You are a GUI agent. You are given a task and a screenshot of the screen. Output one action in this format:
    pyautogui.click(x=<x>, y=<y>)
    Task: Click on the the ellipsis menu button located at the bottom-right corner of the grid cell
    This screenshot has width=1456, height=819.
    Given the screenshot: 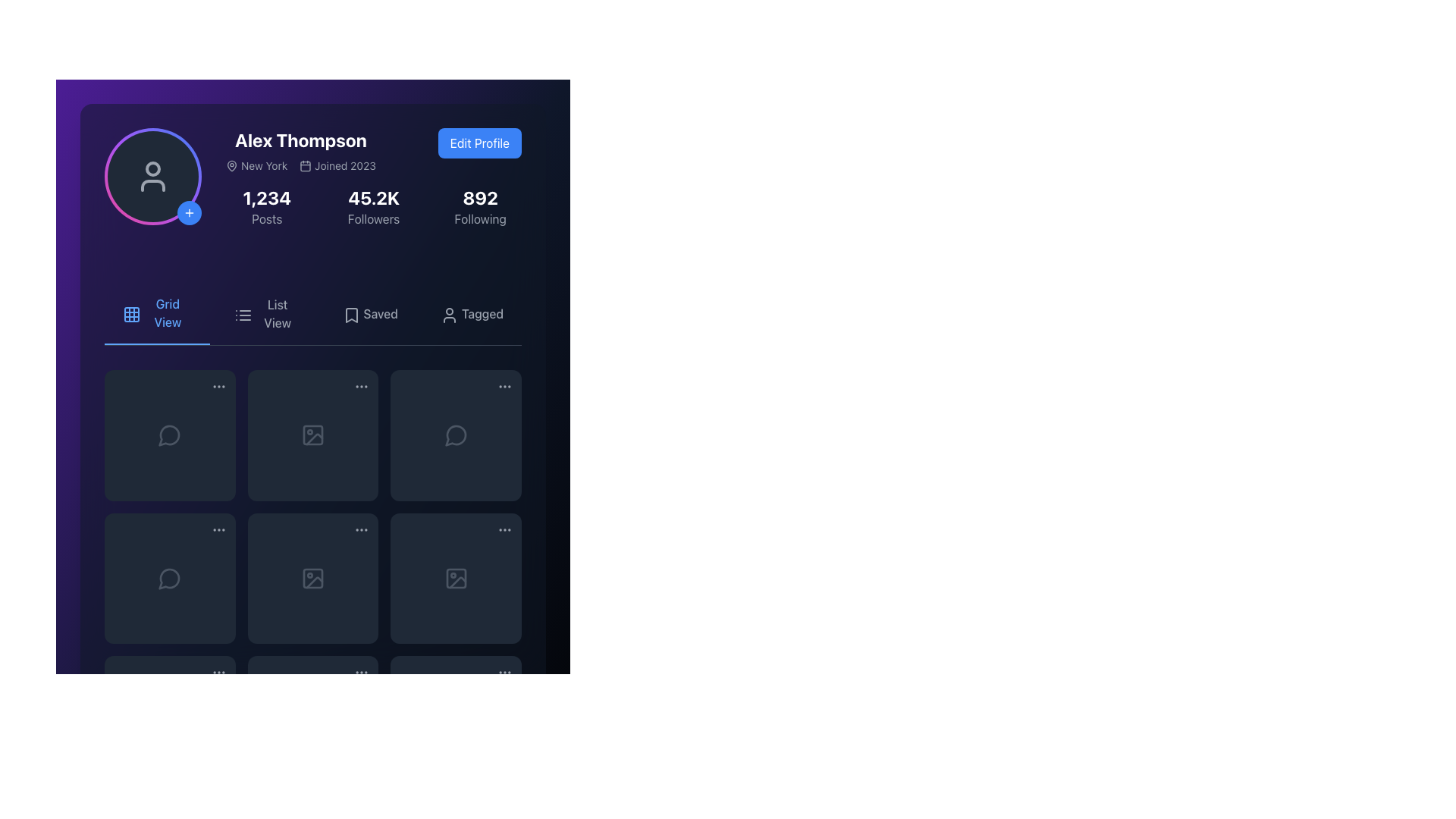 What is the action you would take?
    pyautogui.click(x=218, y=672)
    